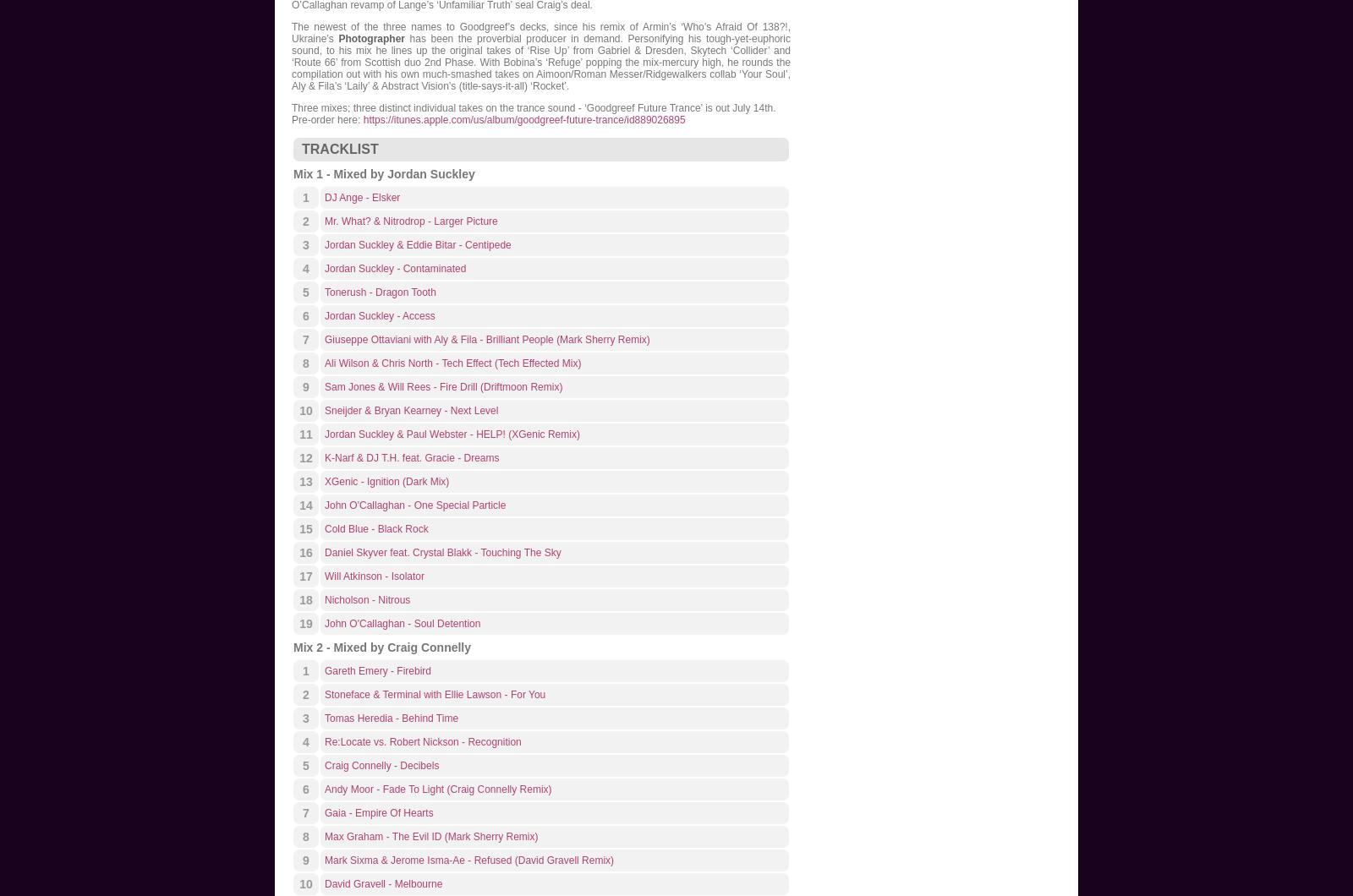 The width and height of the screenshot is (1353, 896). Describe the element at coordinates (305, 576) in the screenshot. I see `'17'` at that location.